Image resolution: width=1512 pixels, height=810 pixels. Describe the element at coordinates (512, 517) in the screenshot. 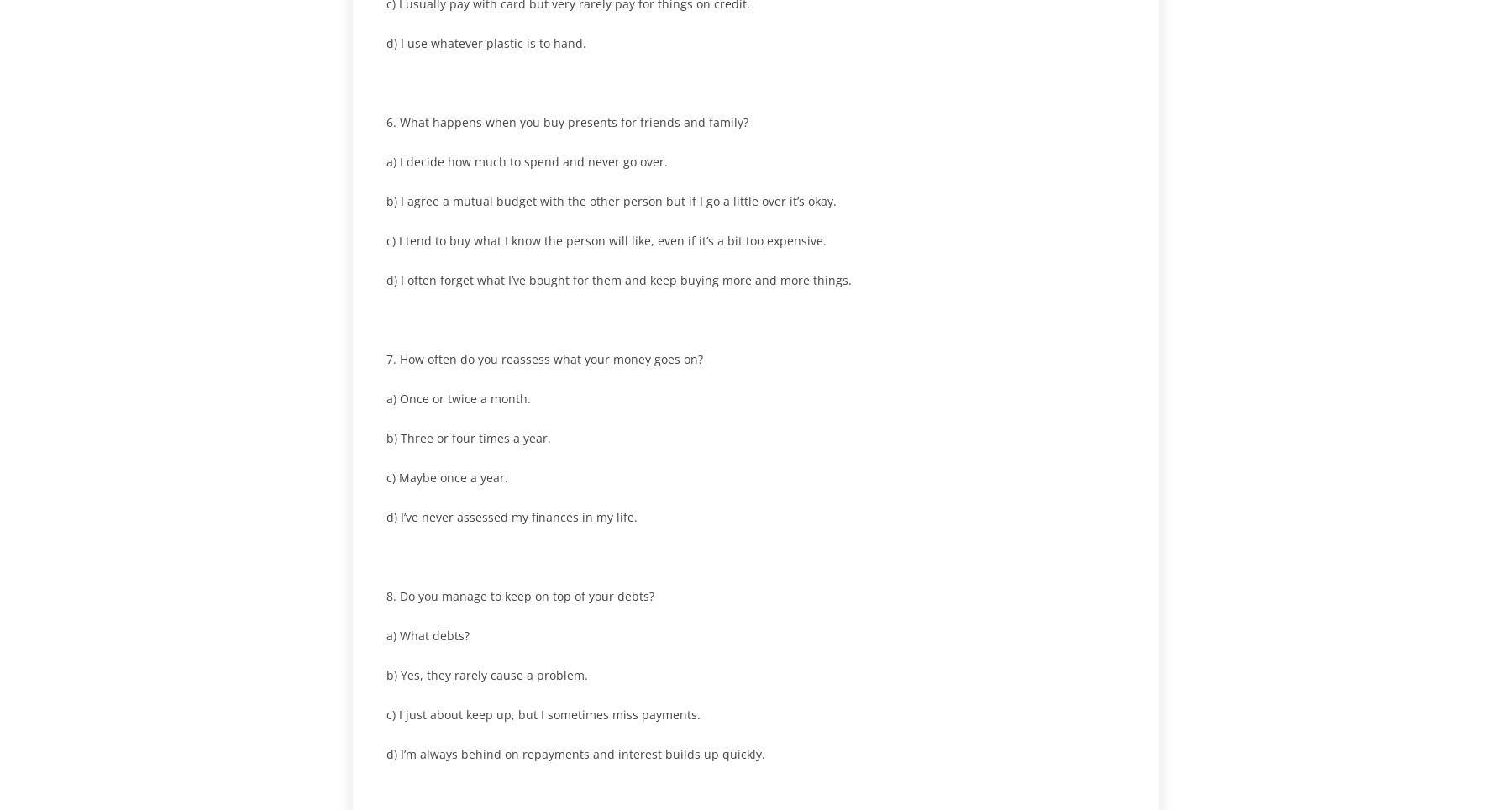

I see `'d) I’ve never assessed my finances in my life.'` at that location.